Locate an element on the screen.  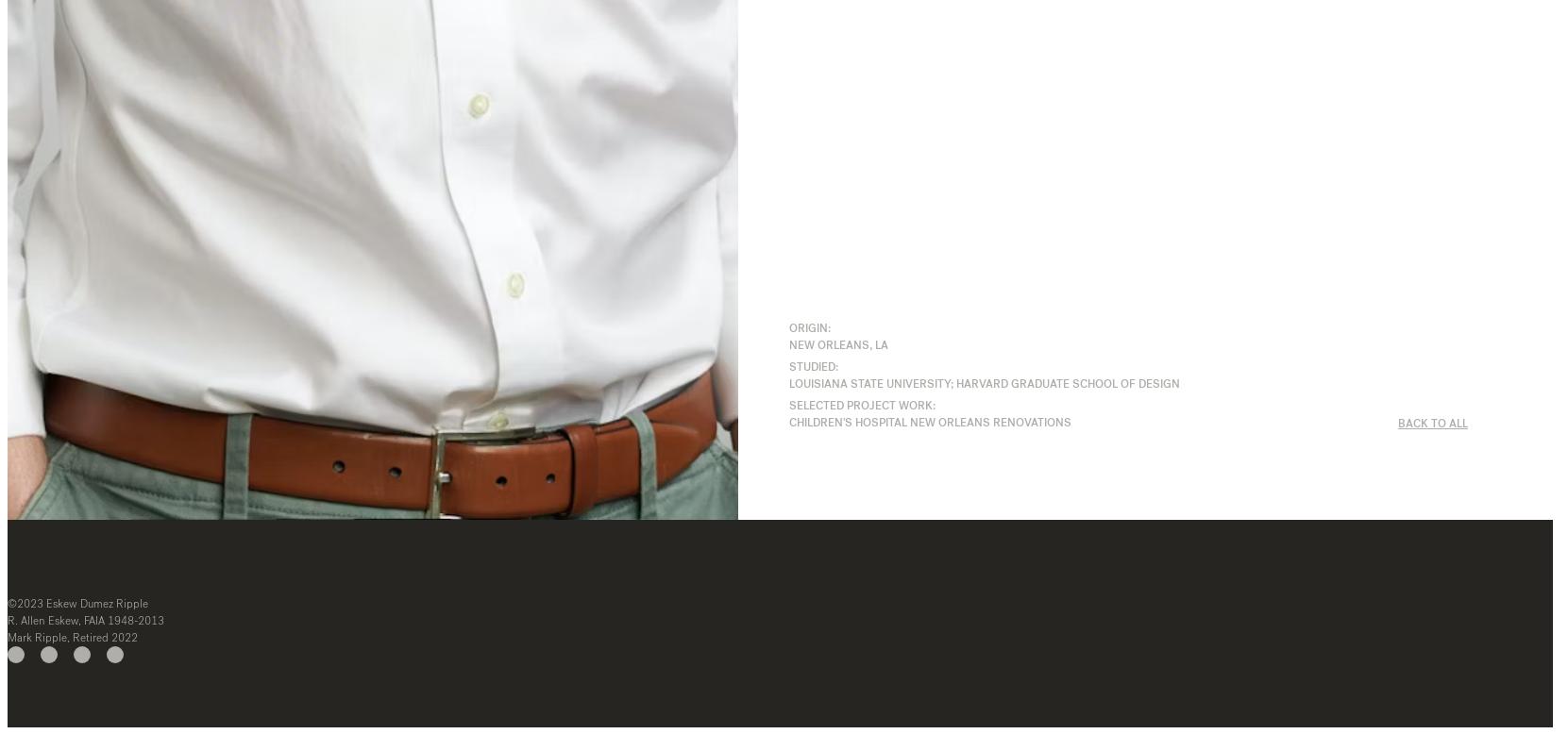
'SELECTED PROJECT WORK:' is located at coordinates (861, 404).